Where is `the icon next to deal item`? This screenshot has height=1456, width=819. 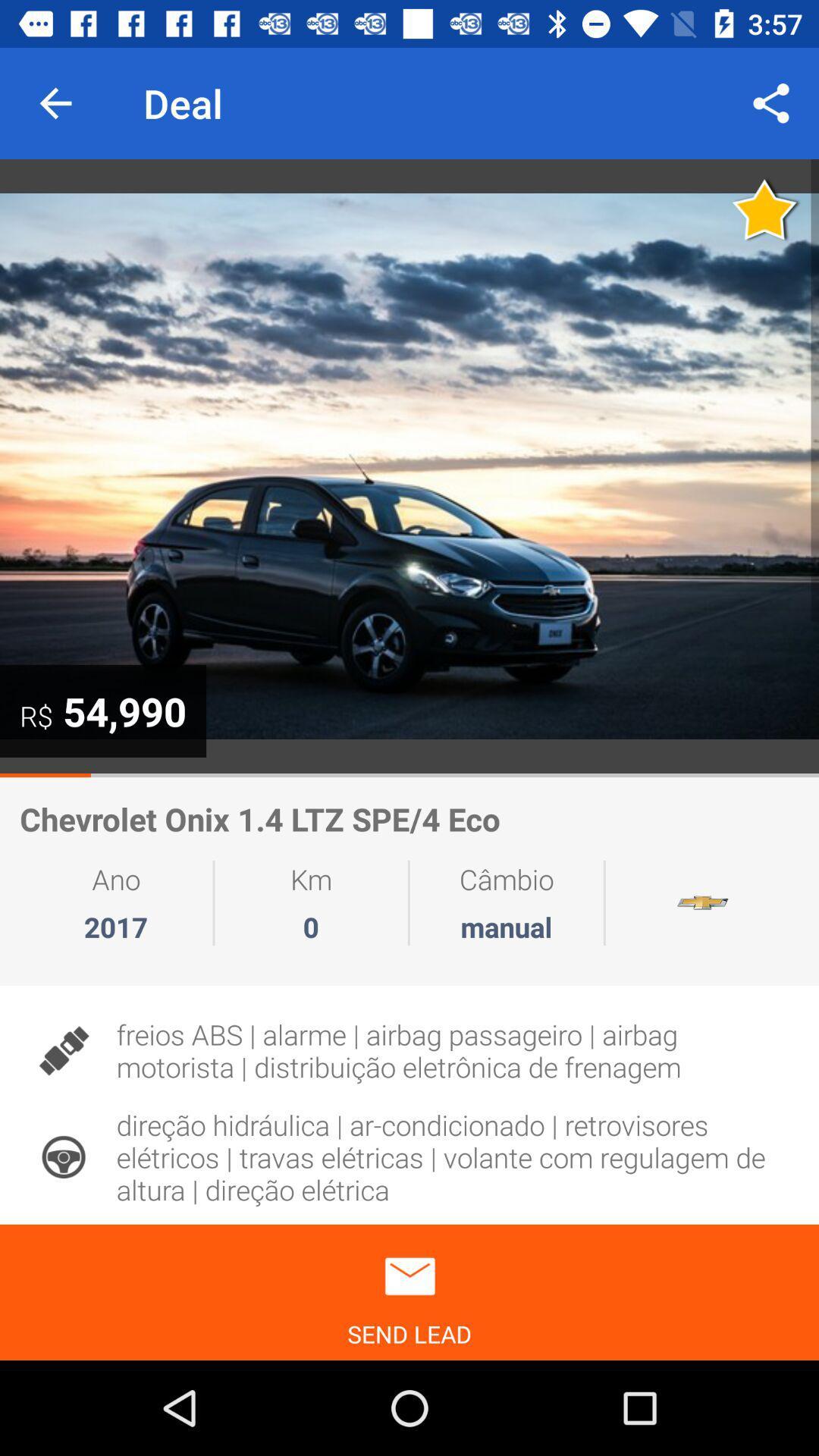
the icon next to deal item is located at coordinates (55, 102).